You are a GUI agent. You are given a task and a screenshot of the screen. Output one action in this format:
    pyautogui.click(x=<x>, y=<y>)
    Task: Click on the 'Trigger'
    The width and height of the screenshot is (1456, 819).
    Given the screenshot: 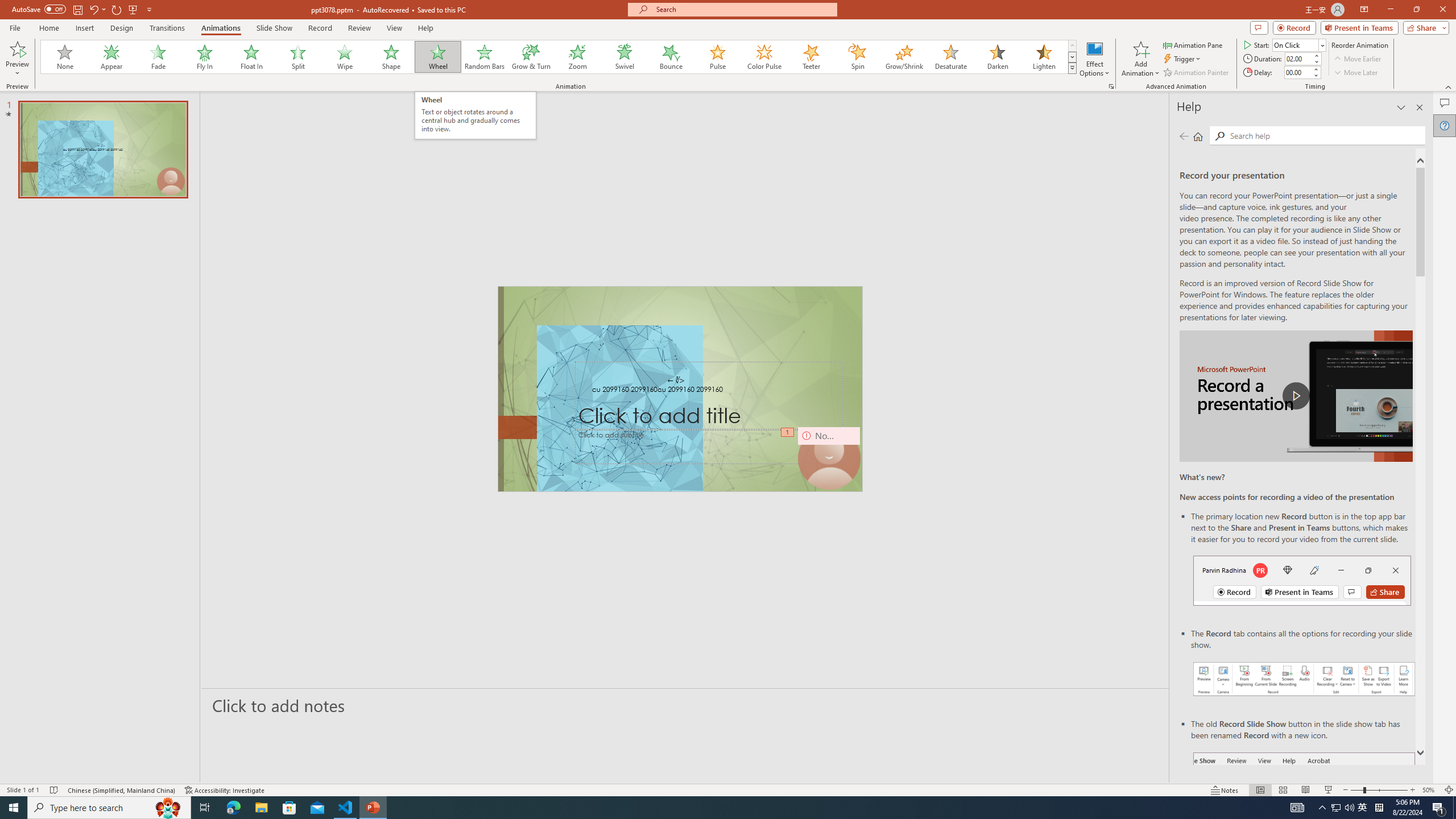 What is the action you would take?
    pyautogui.click(x=1182, y=59)
    